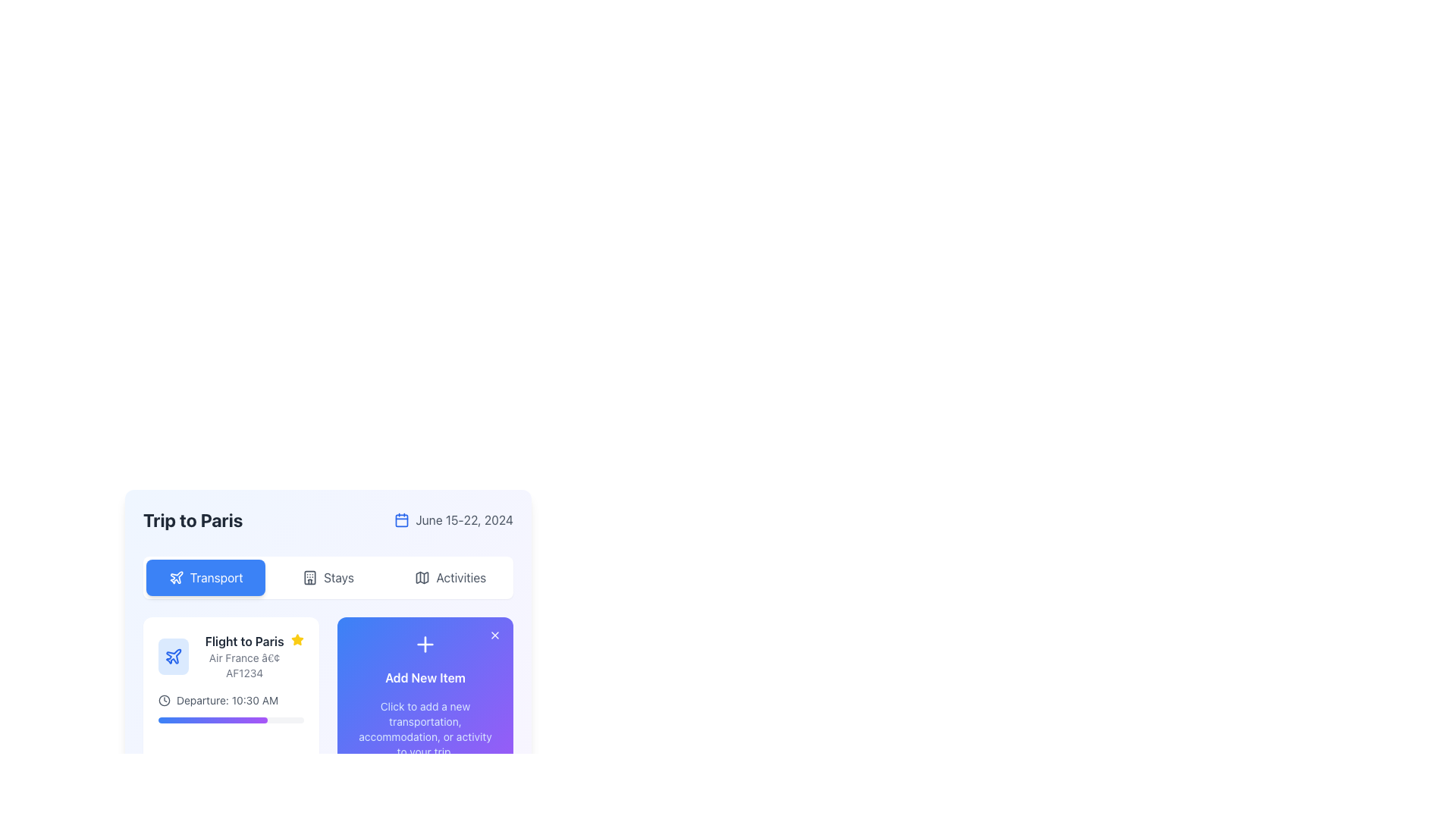 This screenshot has height=819, width=1456. What do you see at coordinates (337, 578) in the screenshot?
I see `the navigational label/button located in the top-center section of the interface` at bounding box center [337, 578].